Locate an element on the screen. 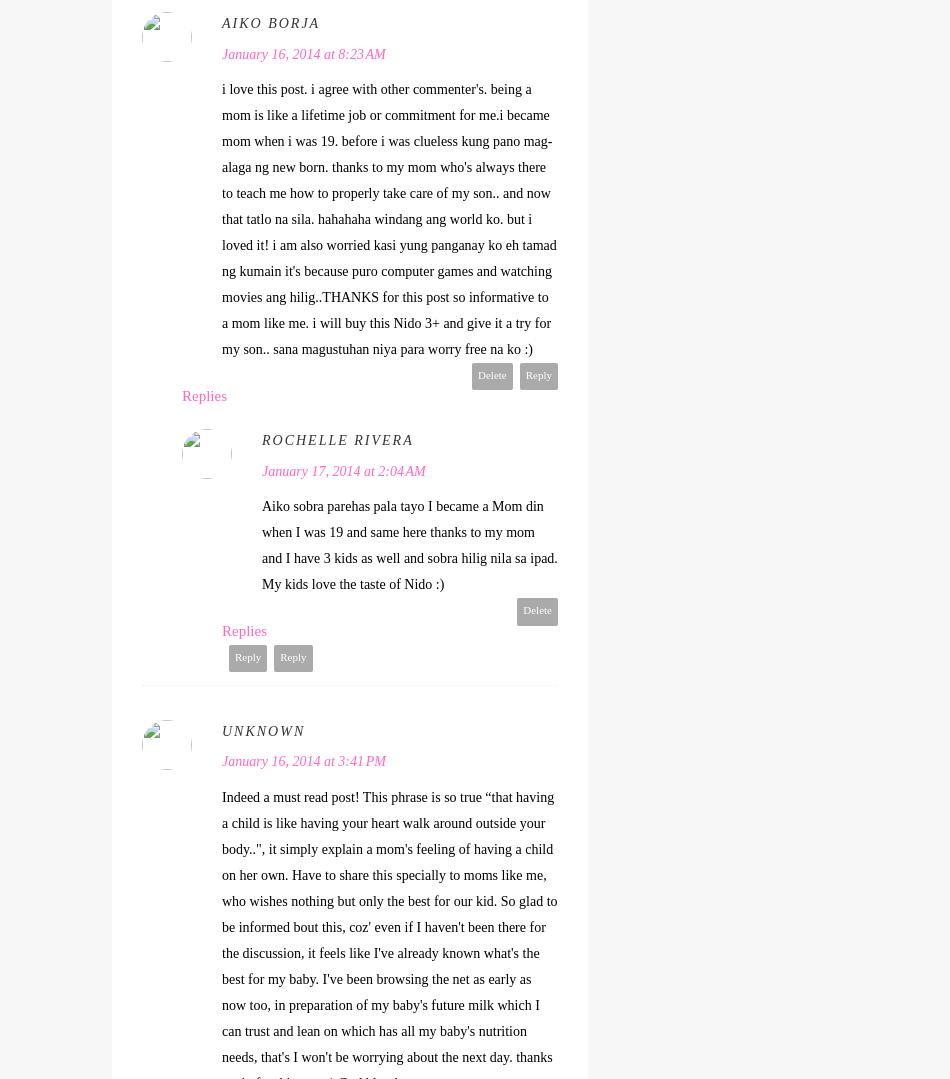  'i love this post. i agree with other commenter's. being a mom is like a lifetime job or commitment  for me.i became mom when i was 19. before i was clueless kung pano mag-alaga ng new born. thanks to my mom who's always there to teach me how to properly take care of my son.. and now that tatlo na sila. hahahaha windang ang world ko. but i loved it! i am also worried kasi yung panganay ko eh tamad ng kumain it's because puro computer games and watching movies ang hilig..THANKS for this post so informative to a mom like me. i will buy this Nido 3+ and give it a try for my son.. sana magustuhan niya para worry free na ko :)' is located at coordinates (388, 218).